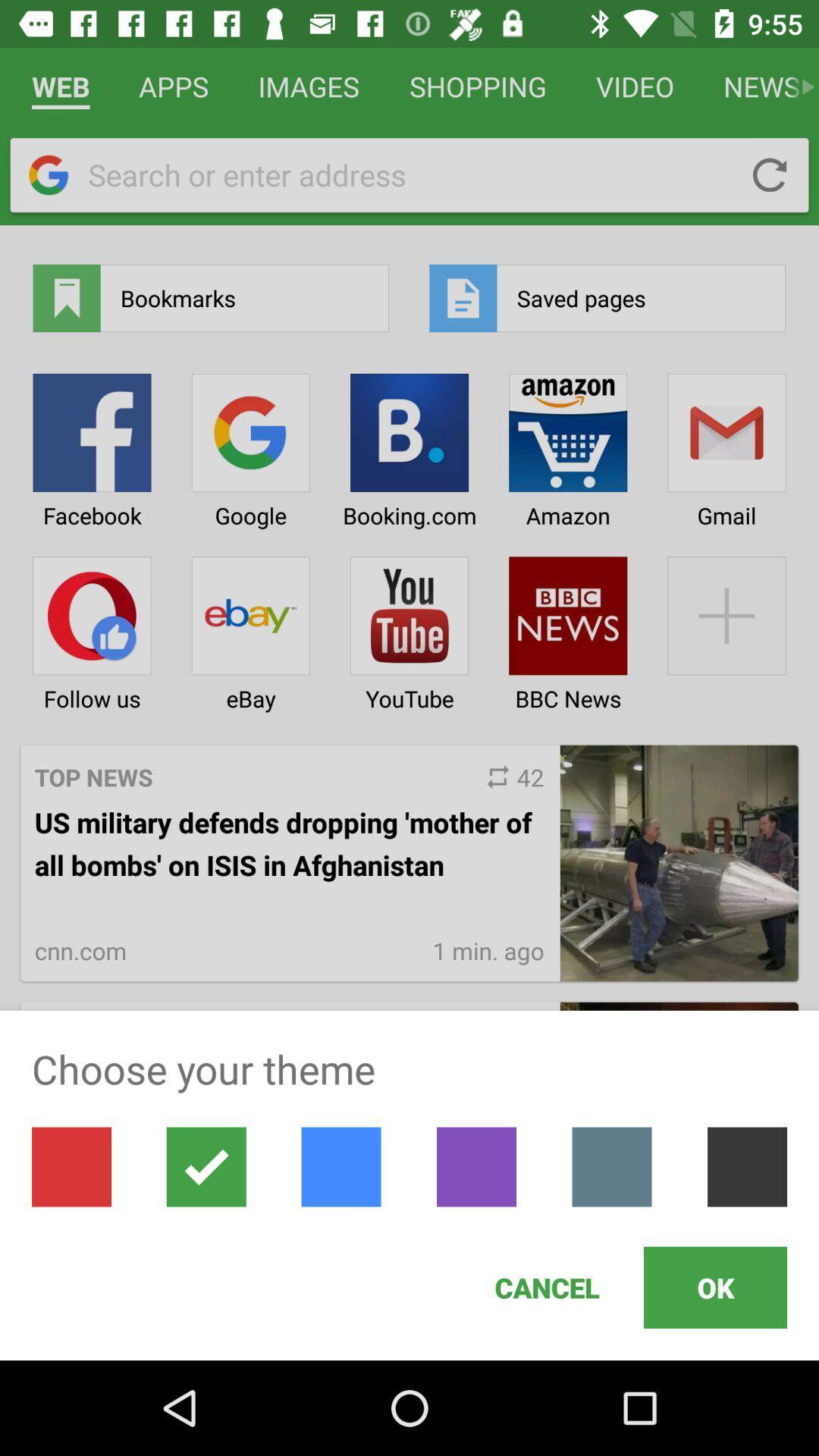 The width and height of the screenshot is (819, 1456). I want to click on the text which says cancel, so click(547, 1287).